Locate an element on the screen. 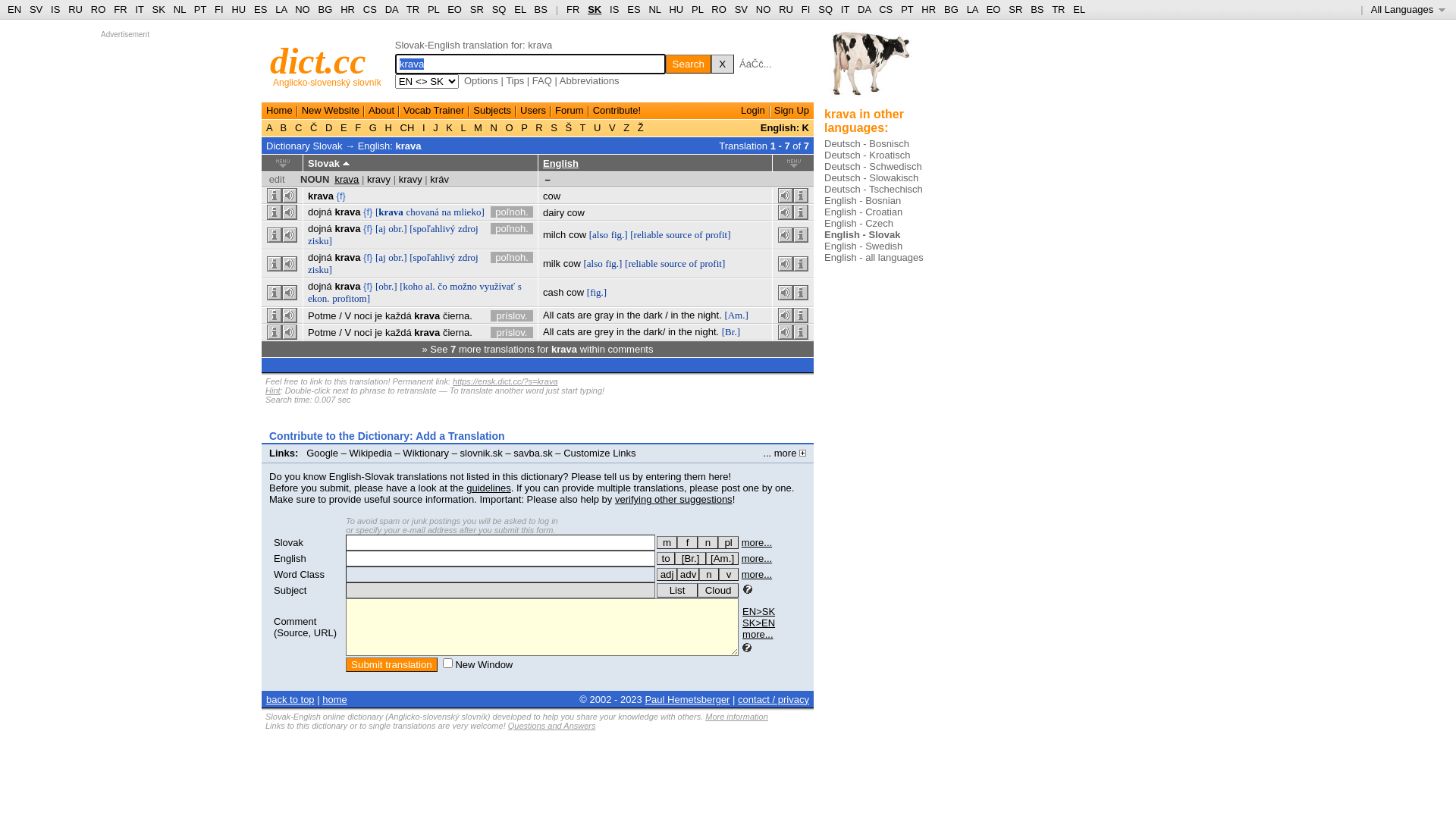  'IS' is located at coordinates (55, 9).